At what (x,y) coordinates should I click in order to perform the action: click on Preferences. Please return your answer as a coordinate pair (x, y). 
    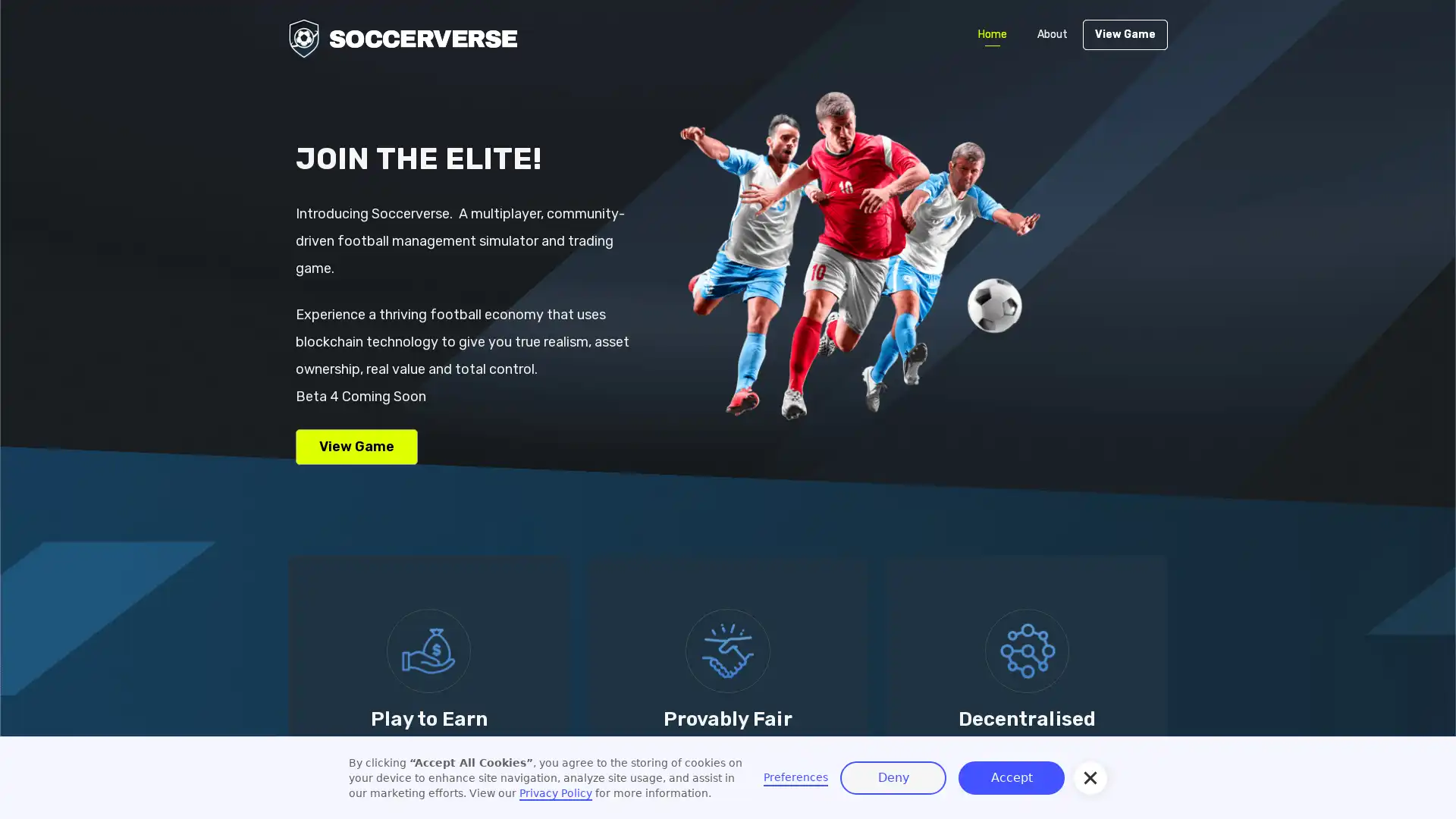
    Looking at the image, I should click on (795, 778).